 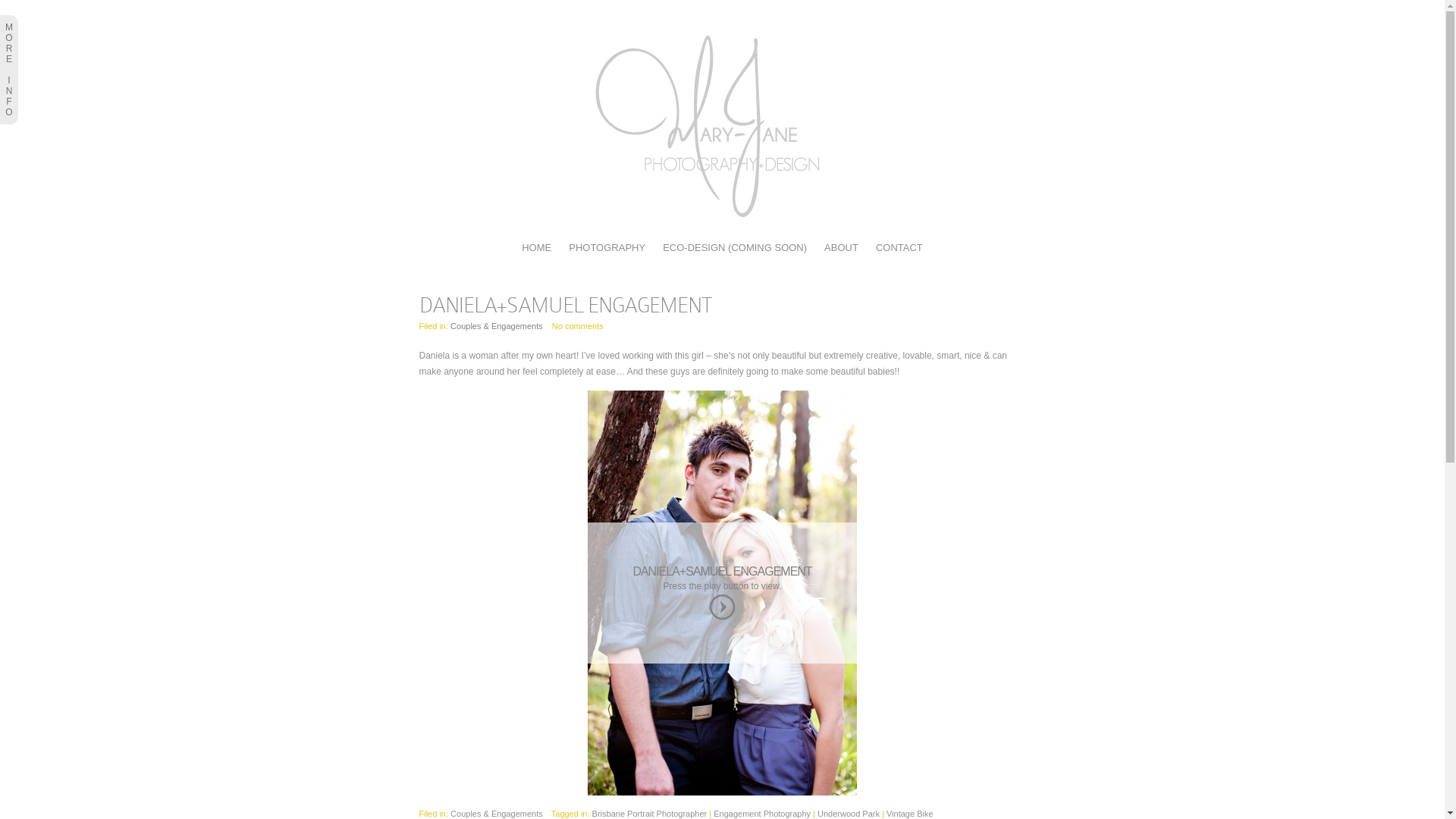 What do you see at coordinates (899, 246) in the screenshot?
I see `'CONTACT'` at bounding box center [899, 246].